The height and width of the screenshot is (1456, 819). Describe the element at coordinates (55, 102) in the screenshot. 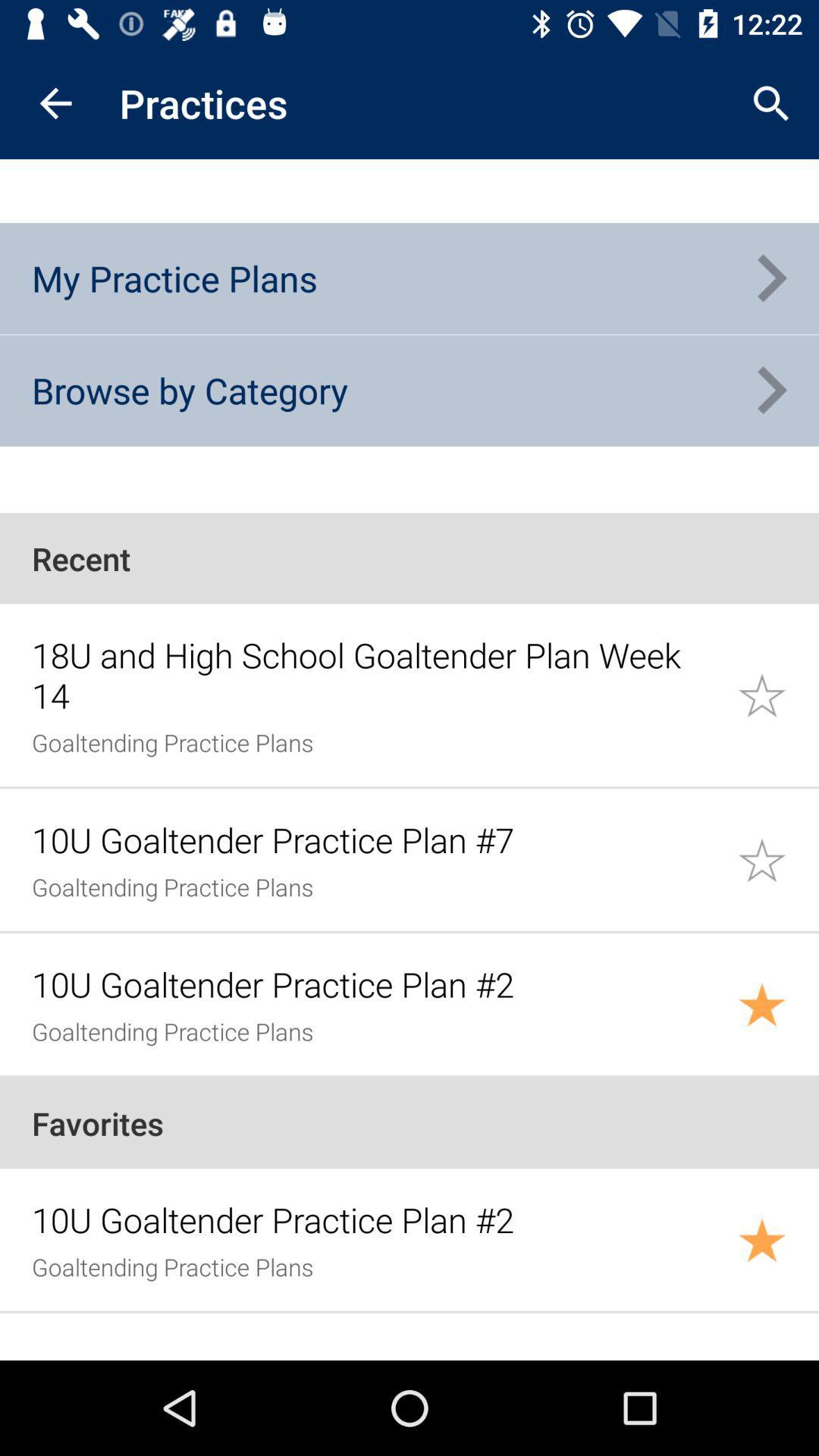

I see `the item above my practice plans icon` at that location.